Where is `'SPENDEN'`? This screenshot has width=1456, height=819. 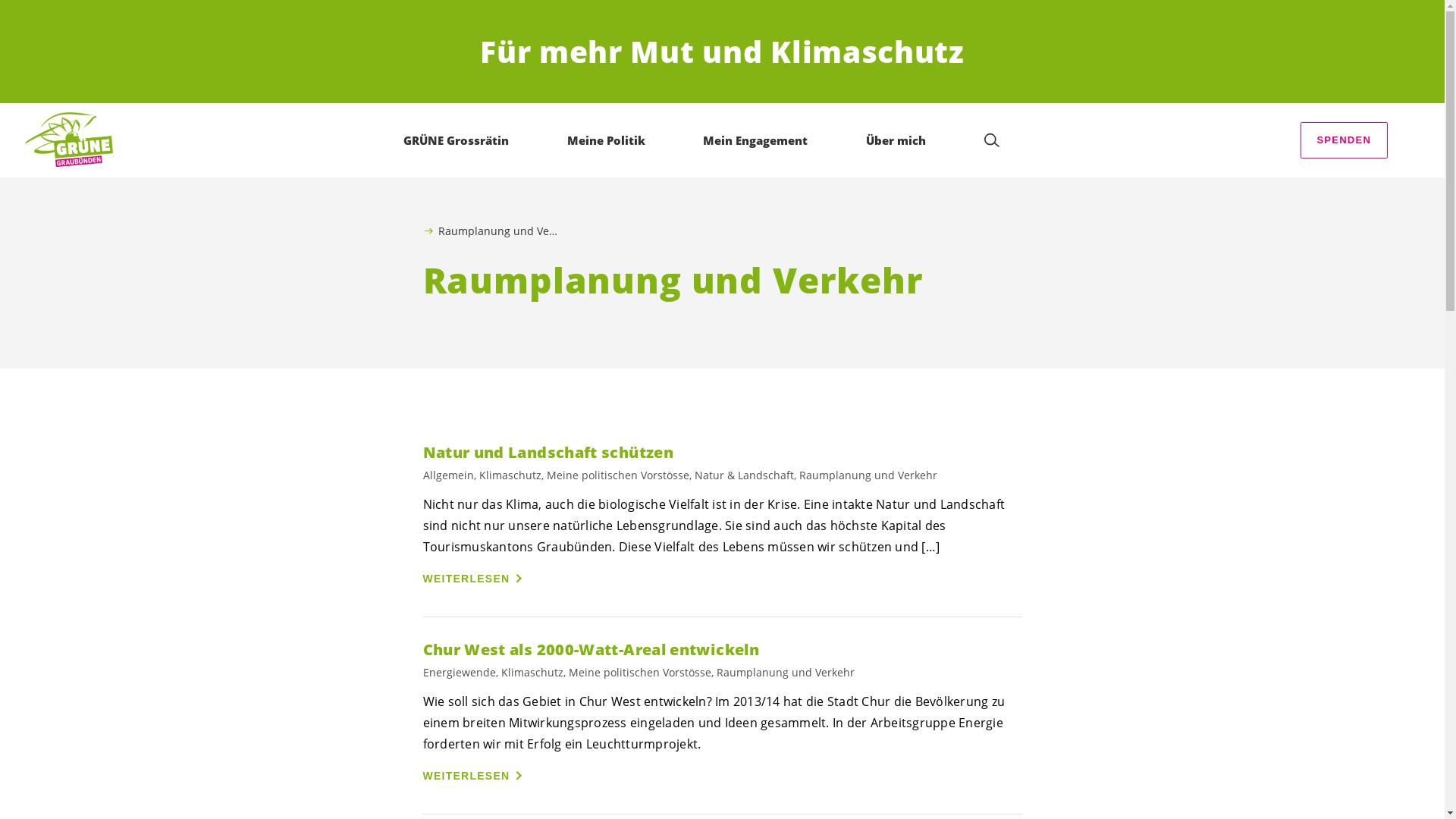
'SPENDEN' is located at coordinates (1299, 140).